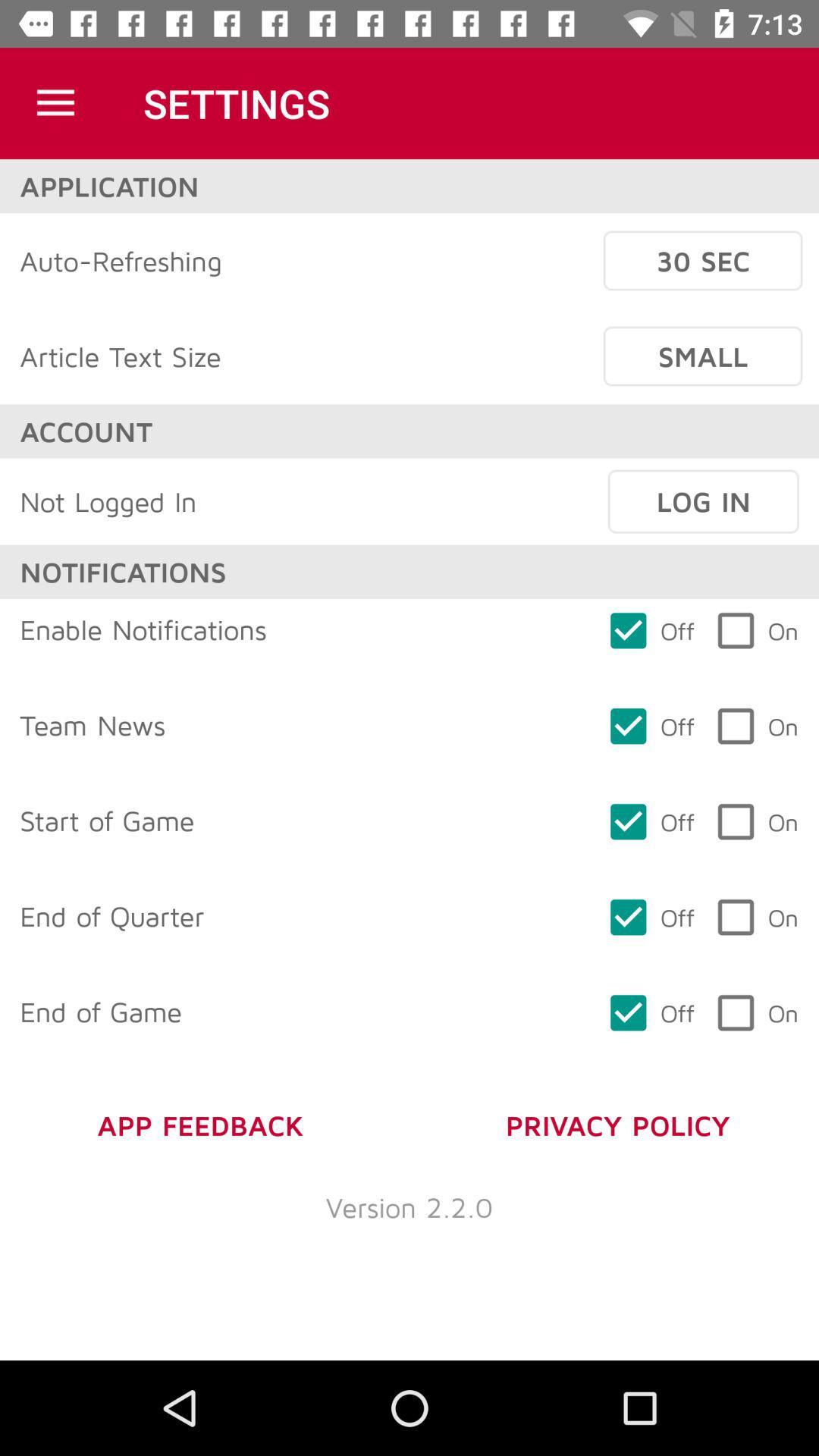 This screenshot has height=1456, width=819. I want to click on the item next to the not logged in icon, so click(703, 501).